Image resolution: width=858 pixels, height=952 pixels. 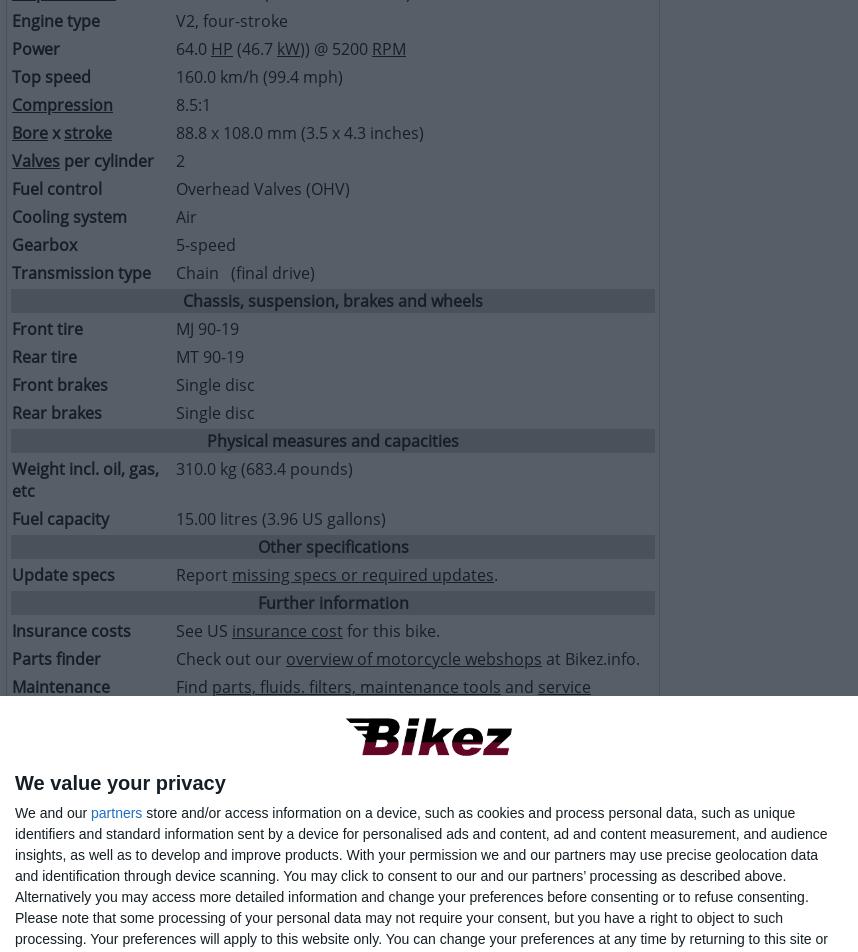 What do you see at coordinates (175, 737) in the screenshot?
I see `'Join the'` at bounding box center [175, 737].